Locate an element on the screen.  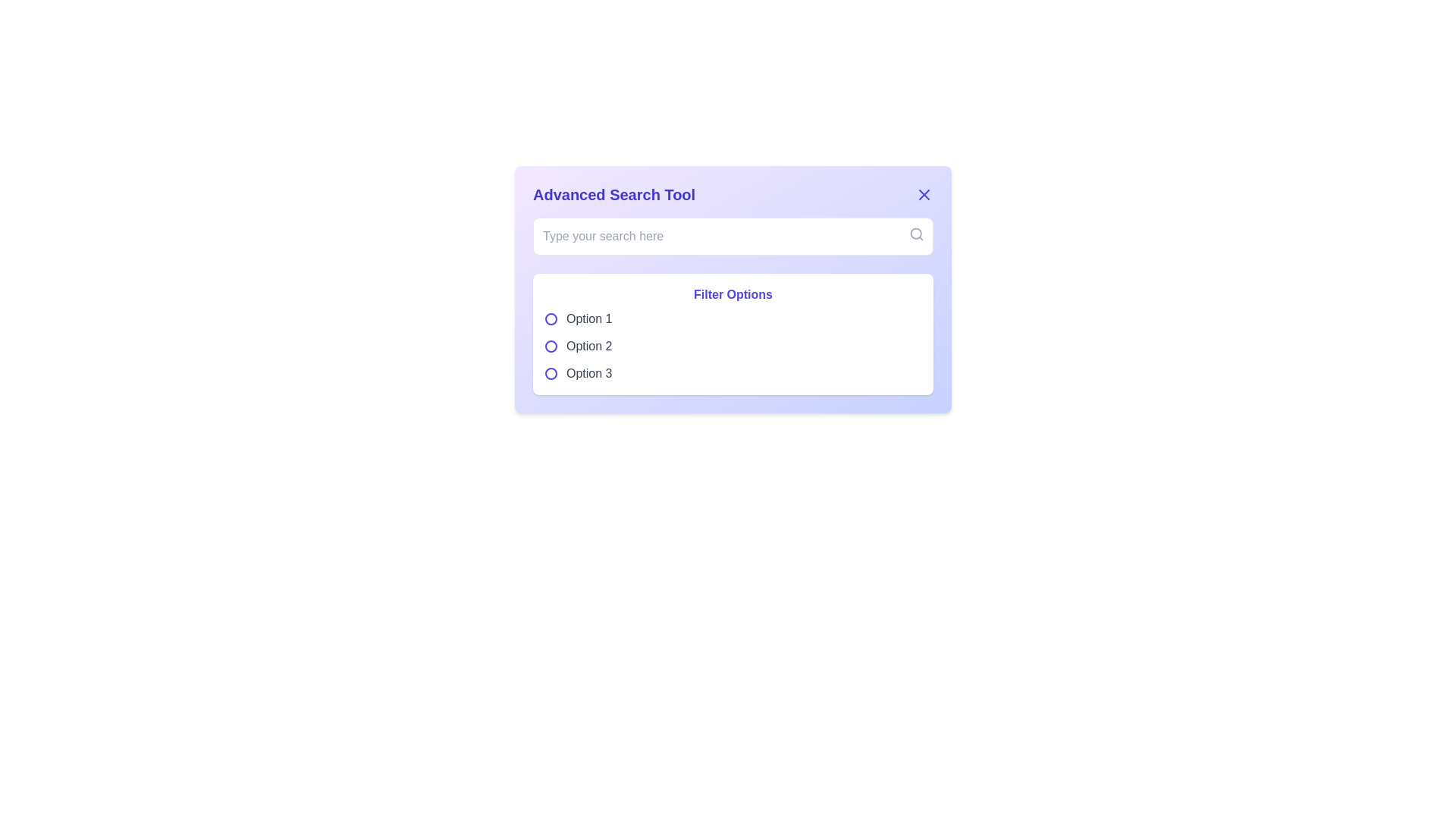
to select the radio button located next to the text 'Option 1' in the 'Filter Options' list is located at coordinates (550, 318).